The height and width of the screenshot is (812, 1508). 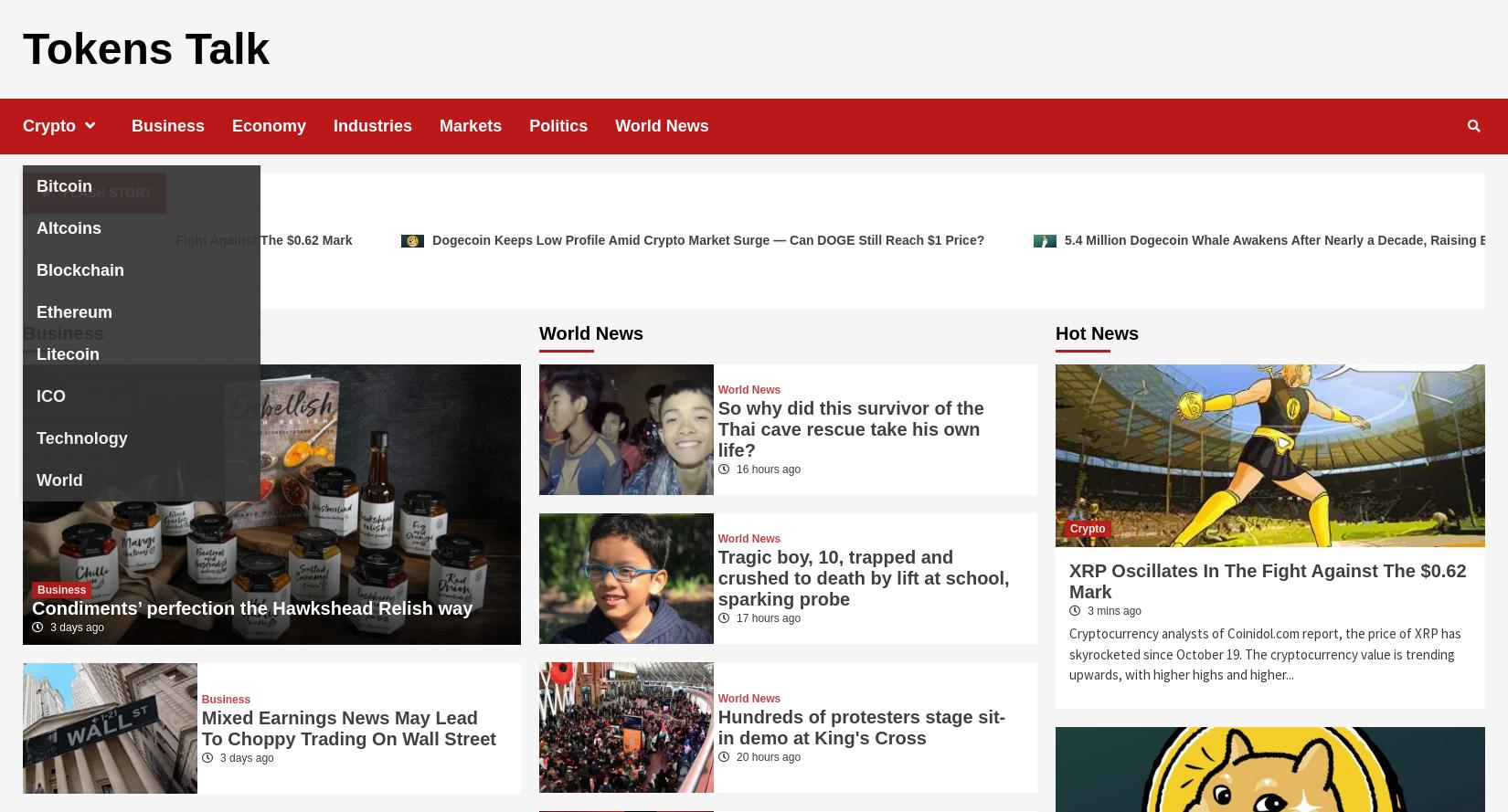 What do you see at coordinates (1069, 653) in the screenshot?
I see `'Cryptocurrency analysts of Coinidol.com report, the price of XRP has skyrocketed since October 19. The cryptocurrency value is trending upwards, with higher highs and higher...'` at bounding box center [1069, 653].